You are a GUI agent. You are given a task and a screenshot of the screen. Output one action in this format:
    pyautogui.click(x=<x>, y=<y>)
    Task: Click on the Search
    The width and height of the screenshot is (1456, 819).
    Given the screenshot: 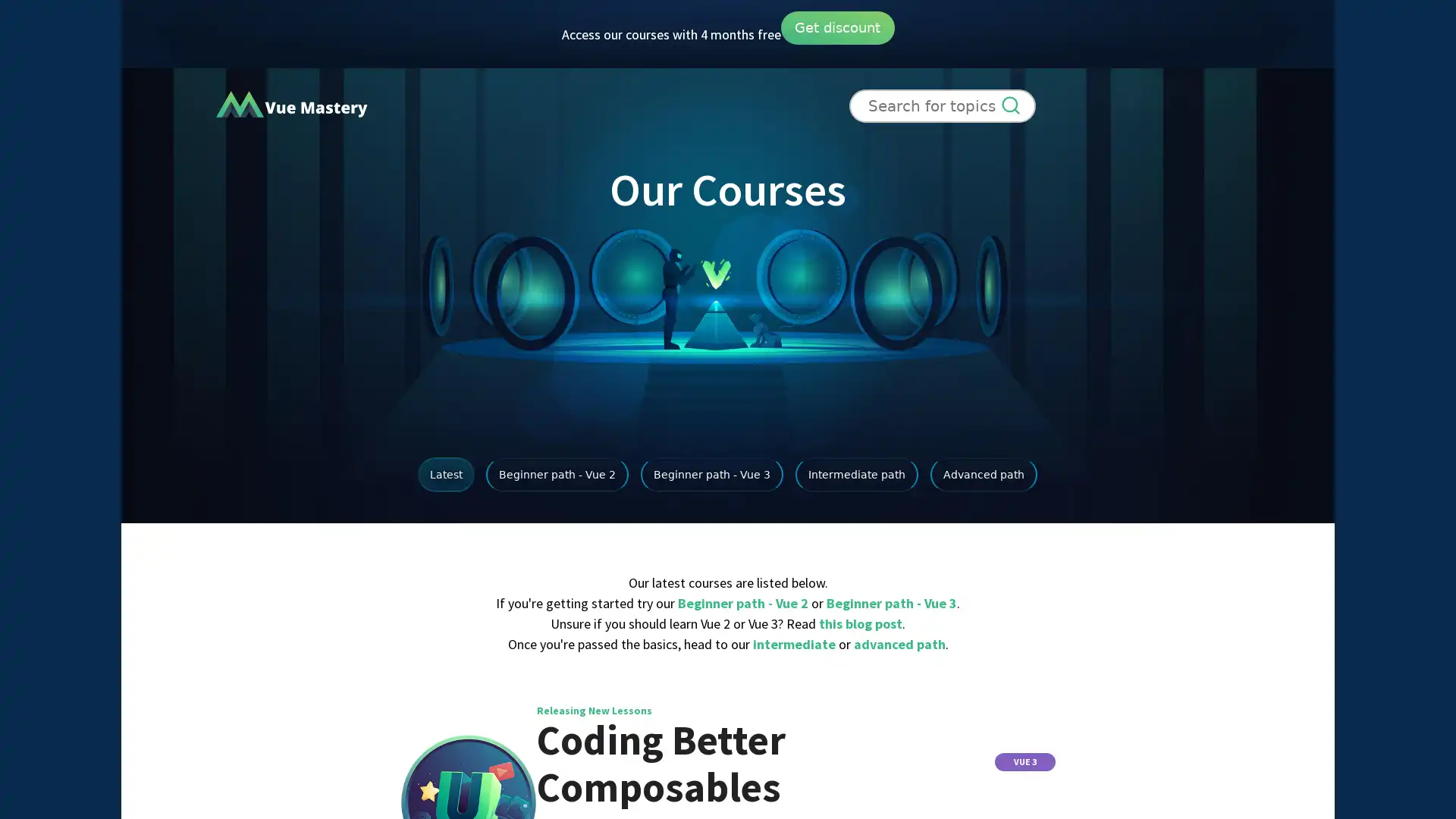 What is the action you would take?
    pyautogui.click(x=1011, y=106)
    